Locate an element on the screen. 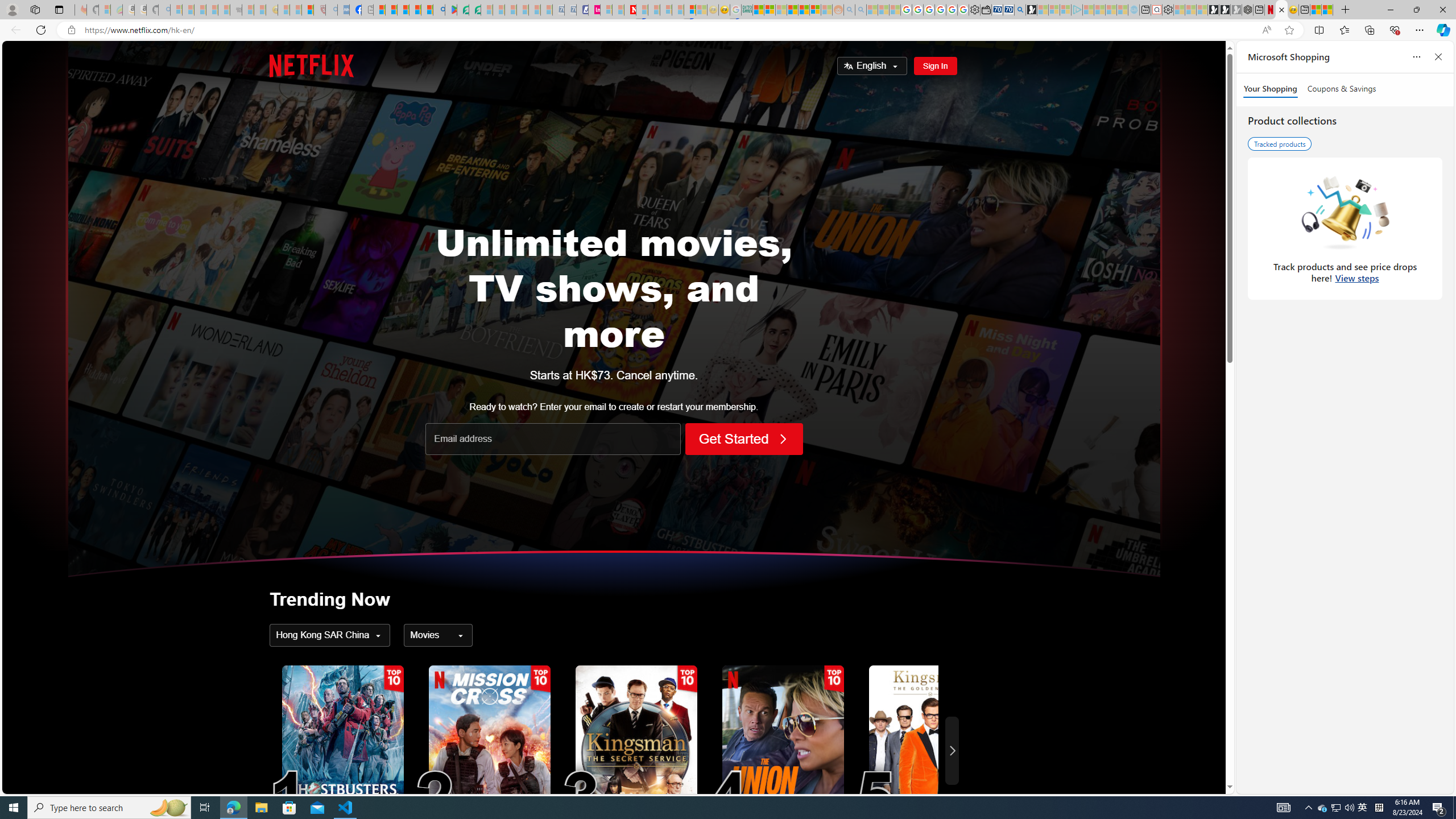 This screenshot has width=1456, height=819. 'Kingsman: The Secret Service 3' is located at coordinates (635, 750).